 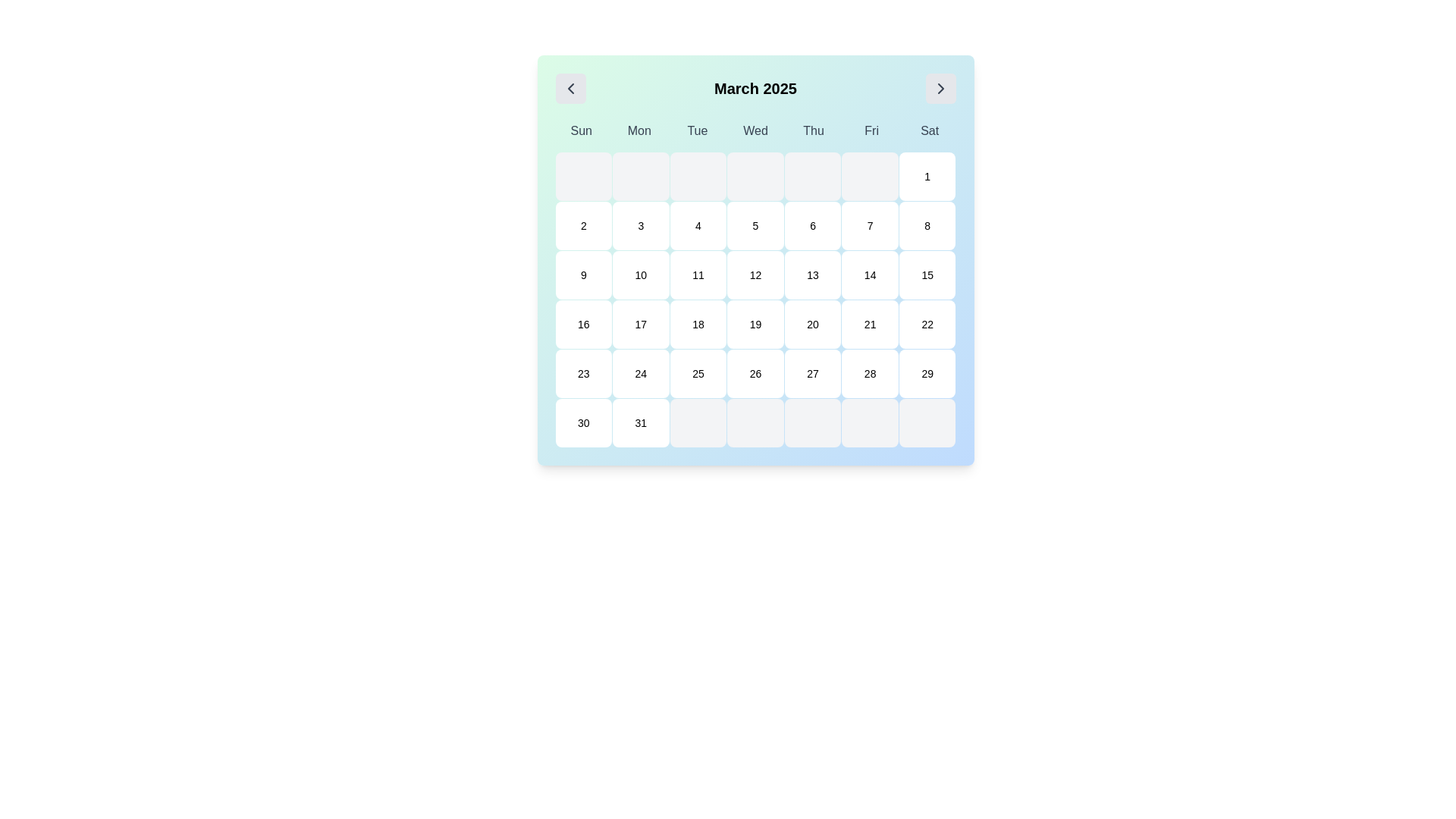 I want to click on the non-interactive calendar date cell located in the last row, third from the left in a 7-column layout, so click(x=697, y=423).